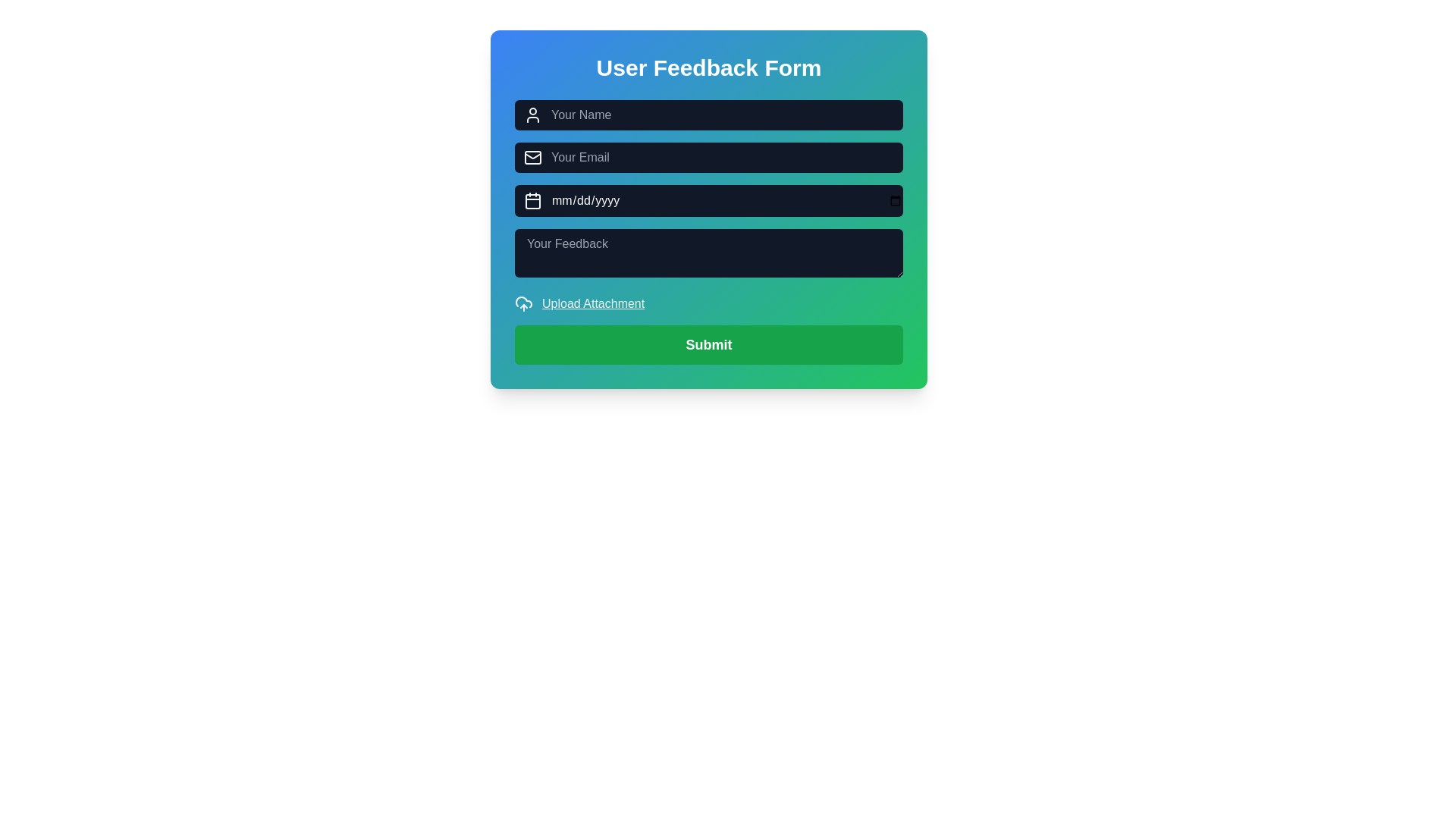 This screenshot has height=819, width=1456. What do you see at coordinates (708, 232) in the screenshot?
I see `the text input field for user feedback located below the date input field labeled 'mm/dd/yyyy' and above the 'Upload Attachment' link` at bounding box center [708, 232].